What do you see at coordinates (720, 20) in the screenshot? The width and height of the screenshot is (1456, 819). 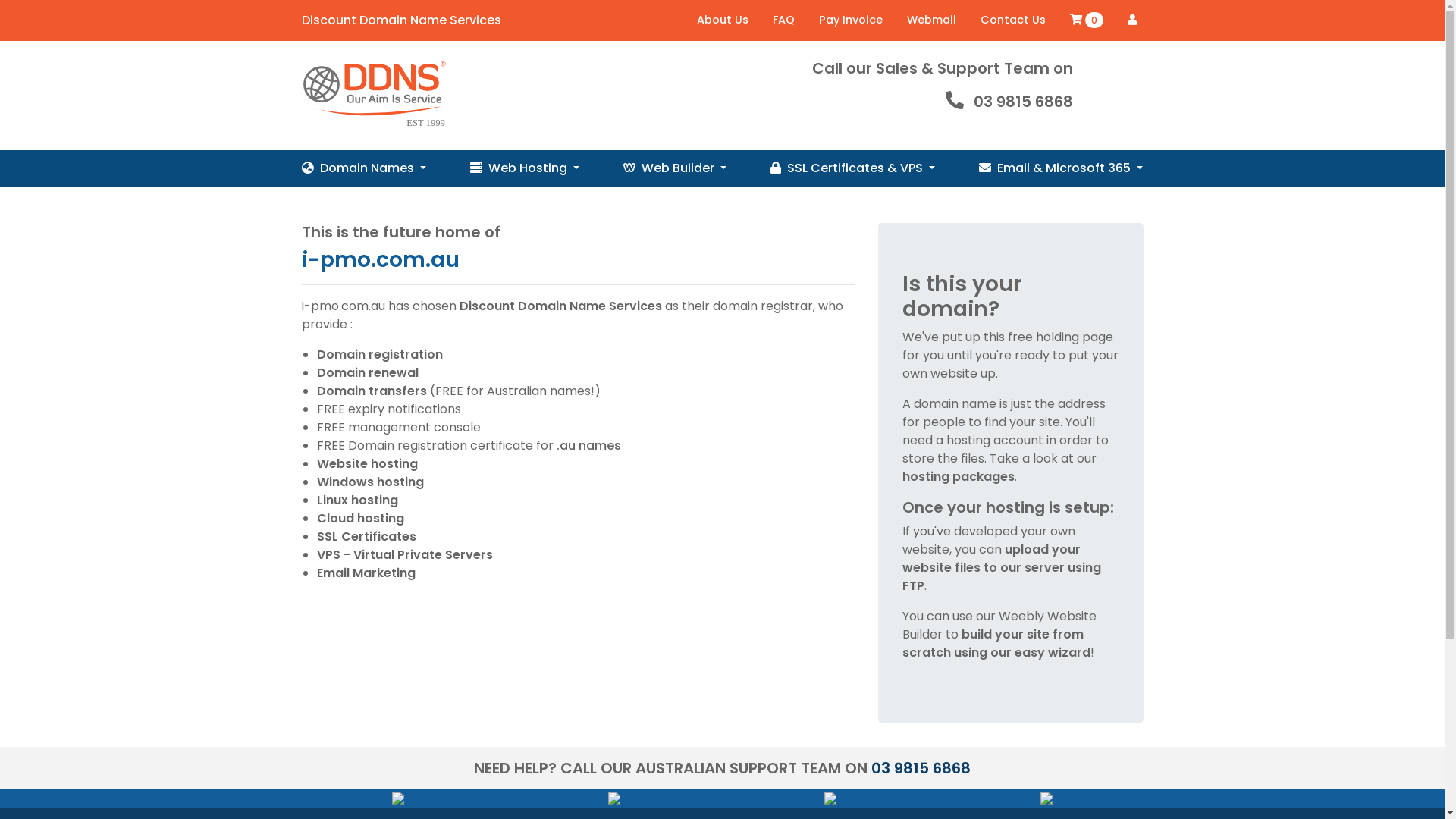 I see `'About Us'` at bounding box center [720, 20].